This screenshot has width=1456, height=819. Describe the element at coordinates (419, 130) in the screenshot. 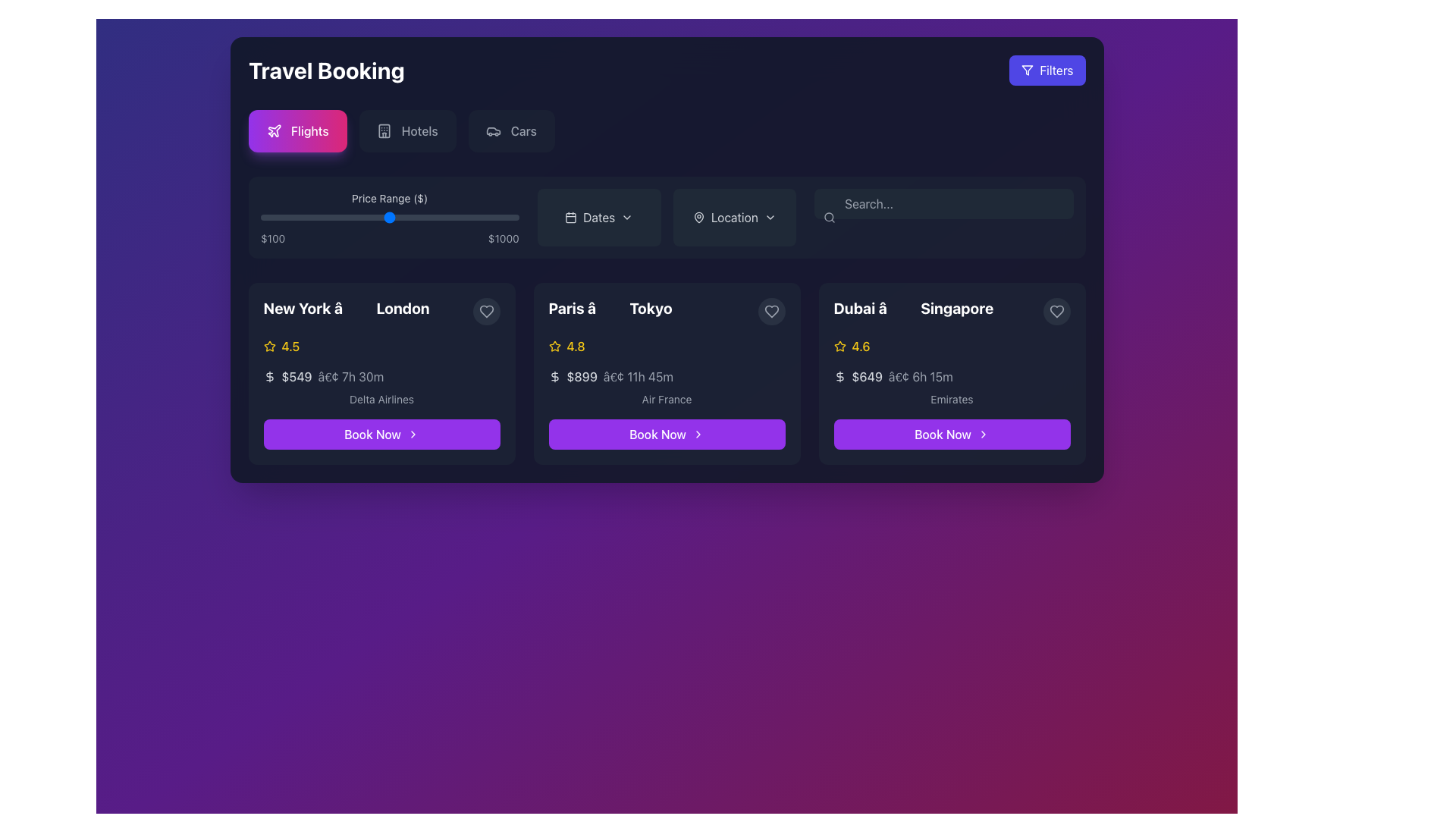

I see `the 'Hotels' text label within the clickable category button, which is styled with a medium-weight font and light gray color, located in the second navigation option of three` at that location.